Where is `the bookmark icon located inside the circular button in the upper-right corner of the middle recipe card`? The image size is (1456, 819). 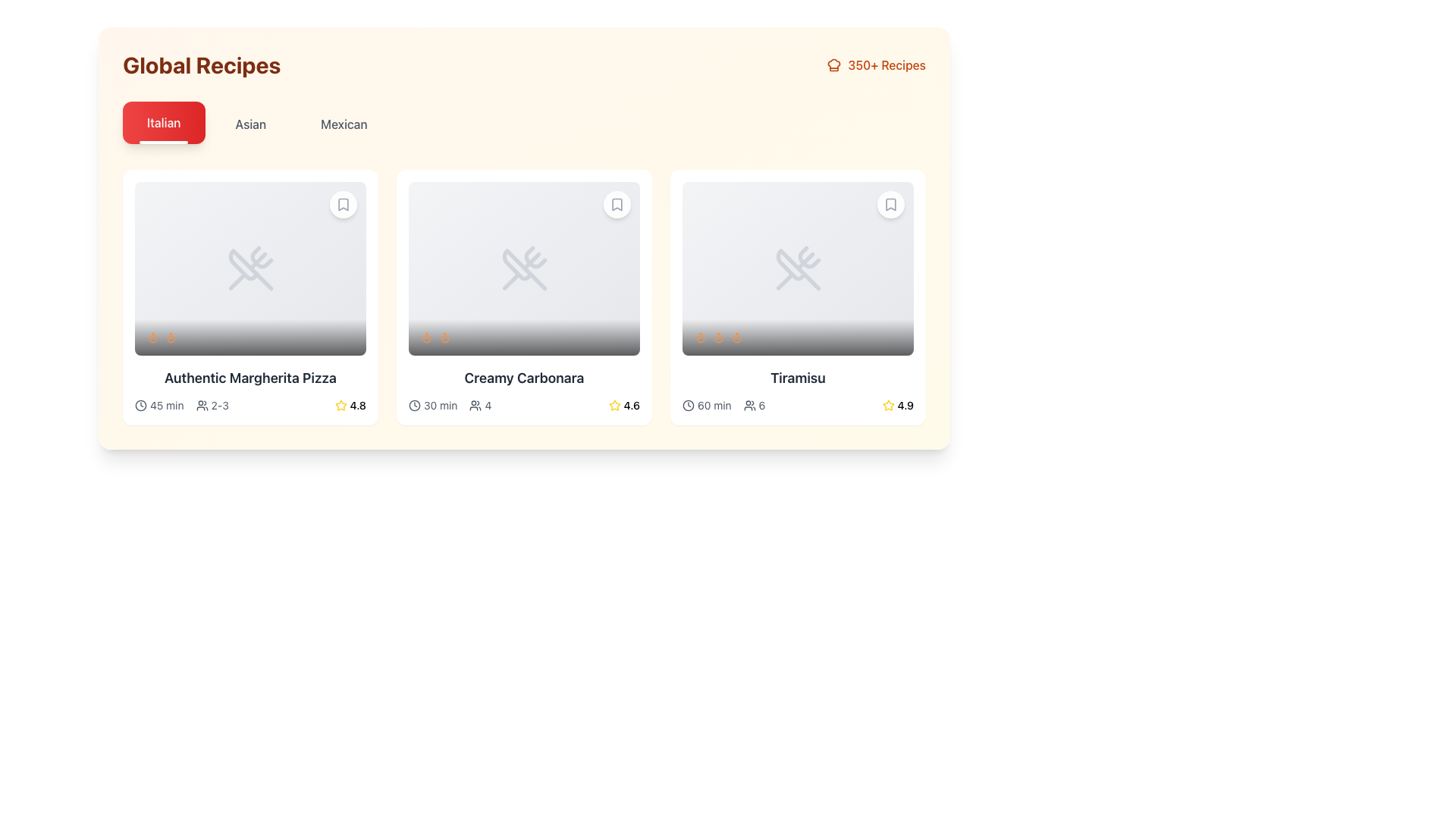
the bookmark icon located inside the circular button in the upper-right corner of the middle recipe card is located at coordinates (617, 205).